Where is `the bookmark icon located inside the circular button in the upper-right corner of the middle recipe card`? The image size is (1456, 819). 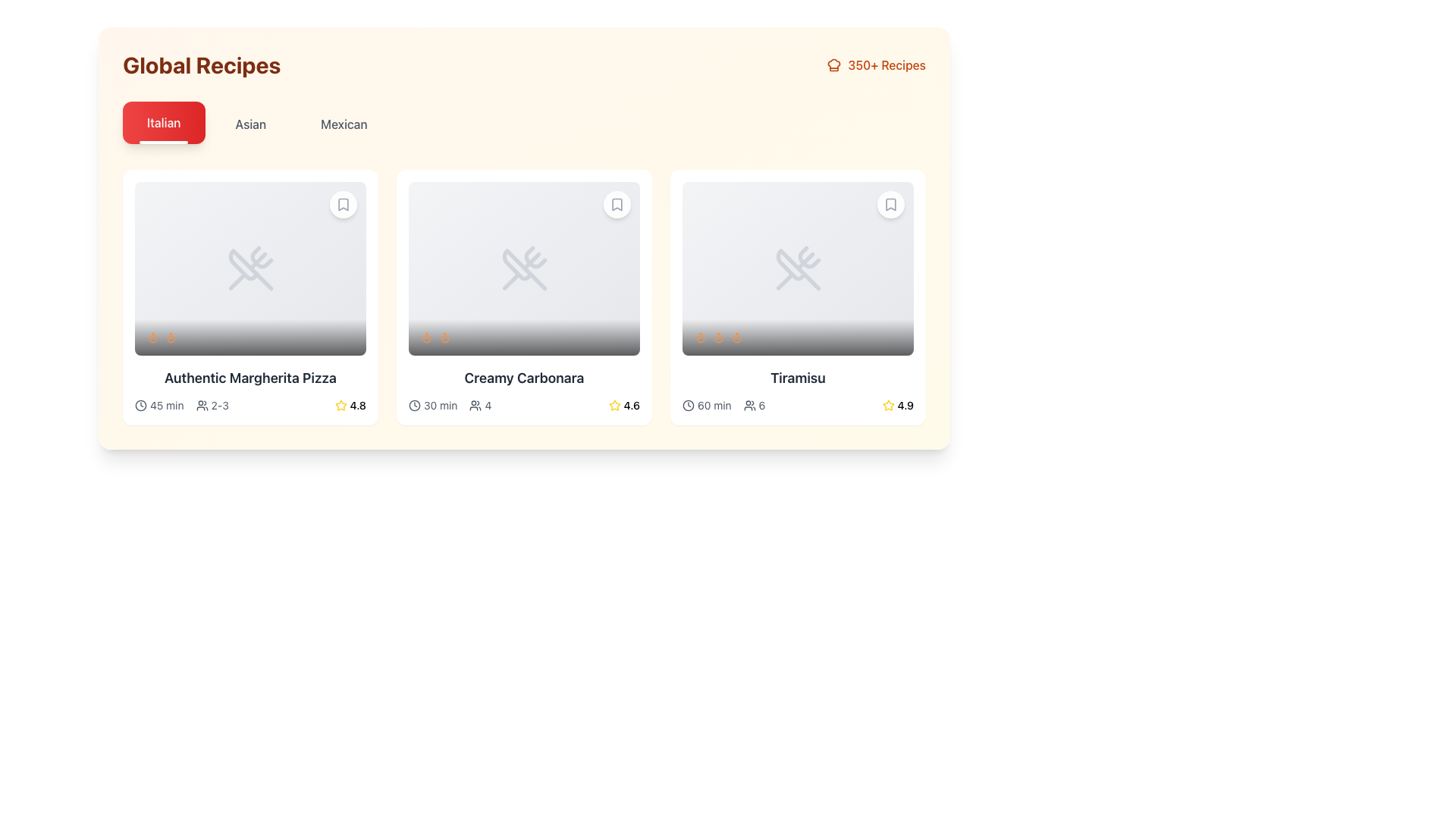
the bookmark icon located inside the circular button in the upper-right corner of the middle recipe card is located at coordinates (617, 205).